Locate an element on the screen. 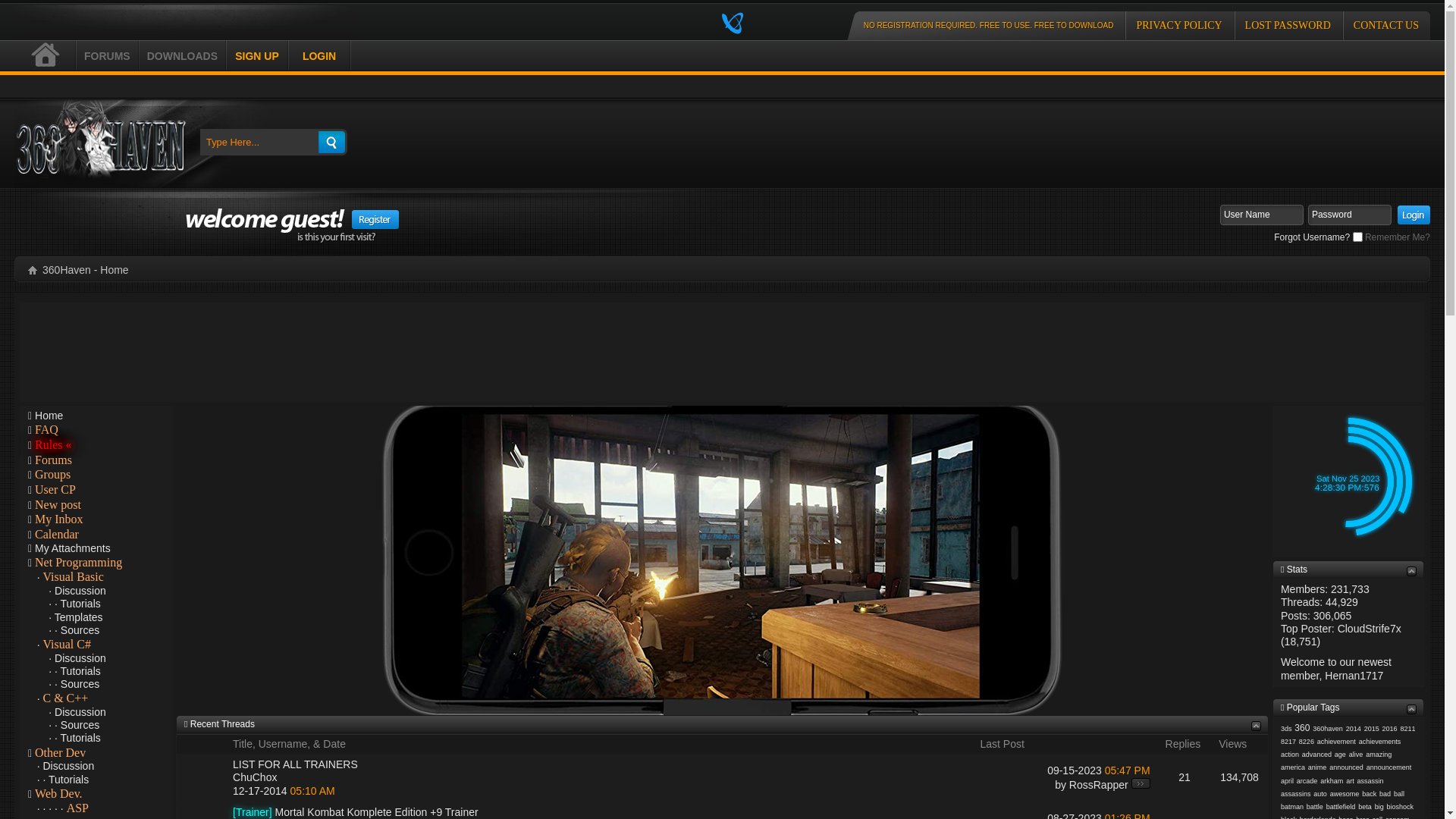 Image resolution: width=1456 pixels, height=819 pixels. 'bad' is located at coordinates (1385, 792).